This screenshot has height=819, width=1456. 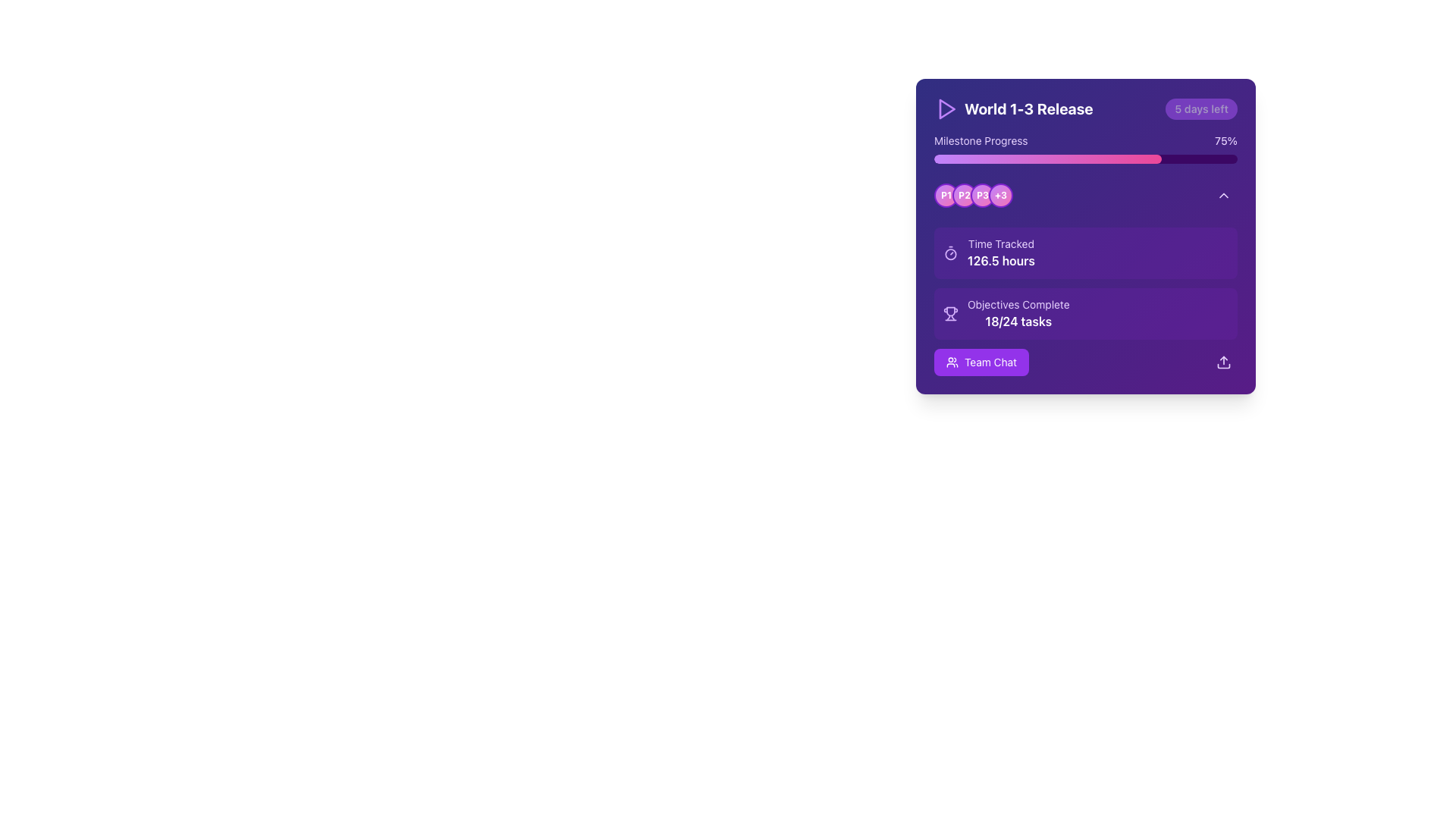 What do you see at coordinates (1001, 253) in the screenshot?
I see `the informational Label/Text Pair that summarizes time spent tracked towards a specific goal, positioned beneath a stopwatch icon and above 'Objectives Complete'` at bounding box center [1001, 253].